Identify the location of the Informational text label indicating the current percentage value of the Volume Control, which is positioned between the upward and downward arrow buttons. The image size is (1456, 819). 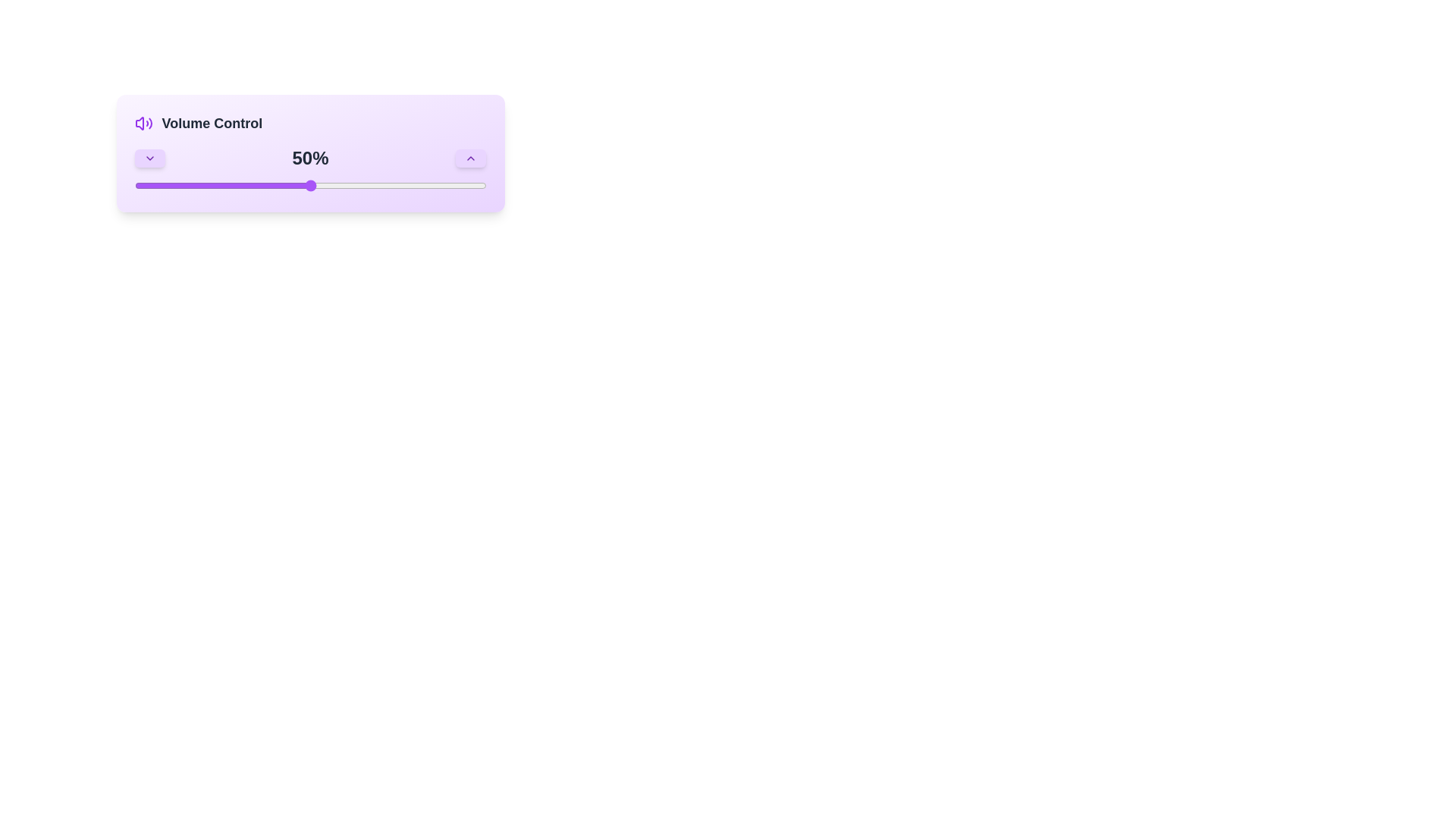
(309, 170).